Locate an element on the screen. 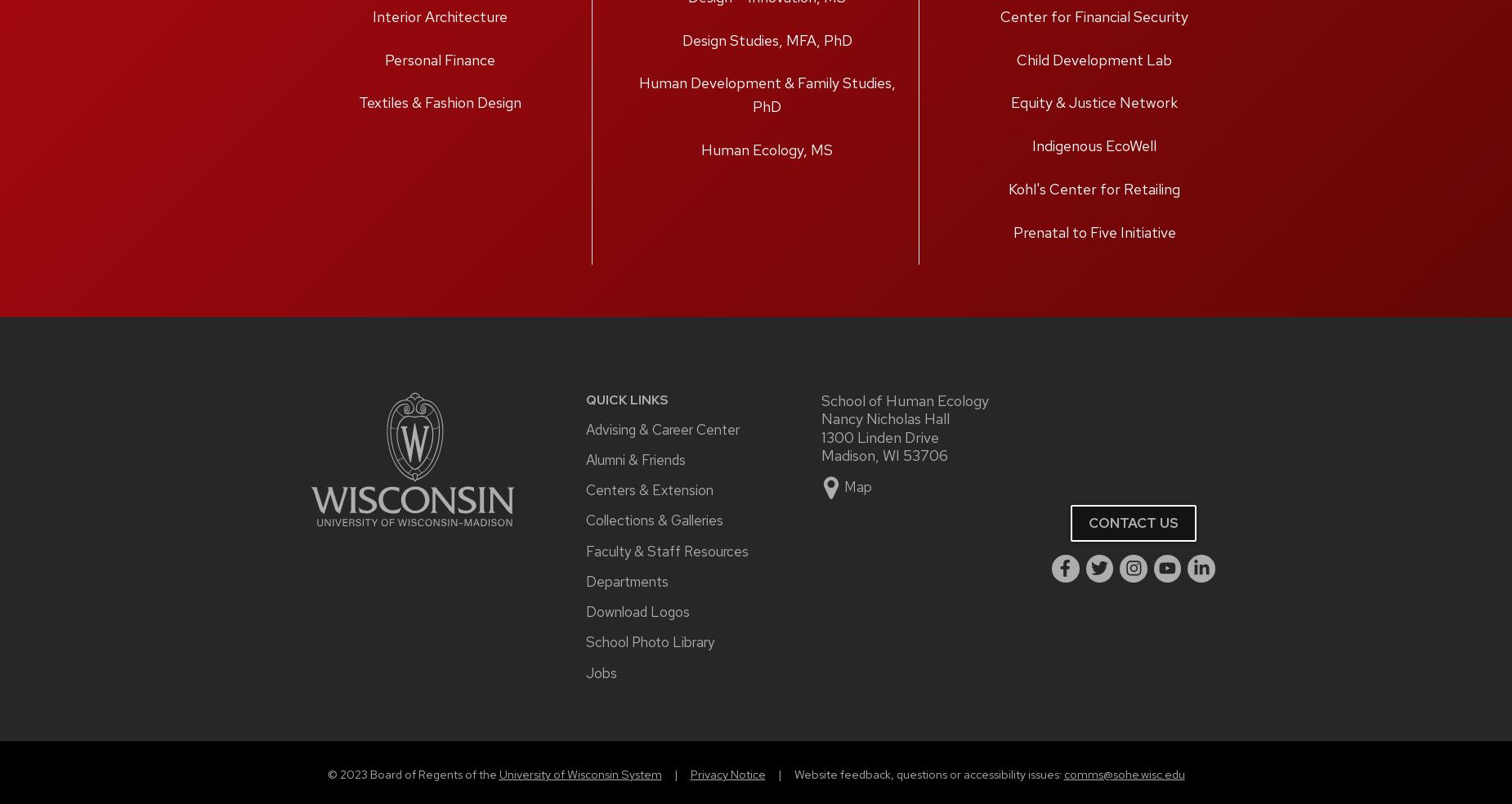 This screenshot has width=1512, height=804. 'Interior Architecture' is located at coordinates (440, 15).